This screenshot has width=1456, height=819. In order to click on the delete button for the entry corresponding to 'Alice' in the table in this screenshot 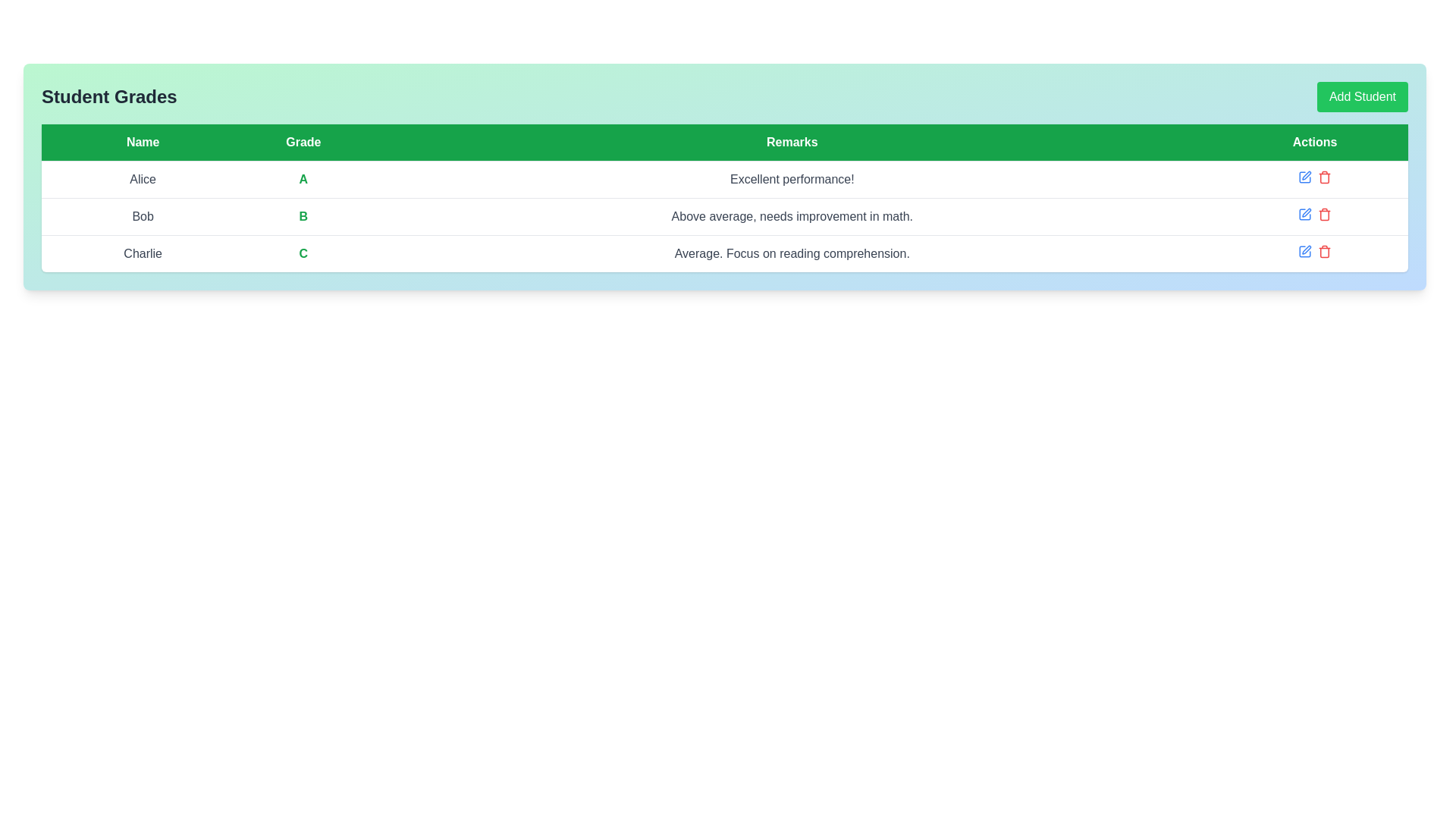, I will do `click(1324, 177)`.